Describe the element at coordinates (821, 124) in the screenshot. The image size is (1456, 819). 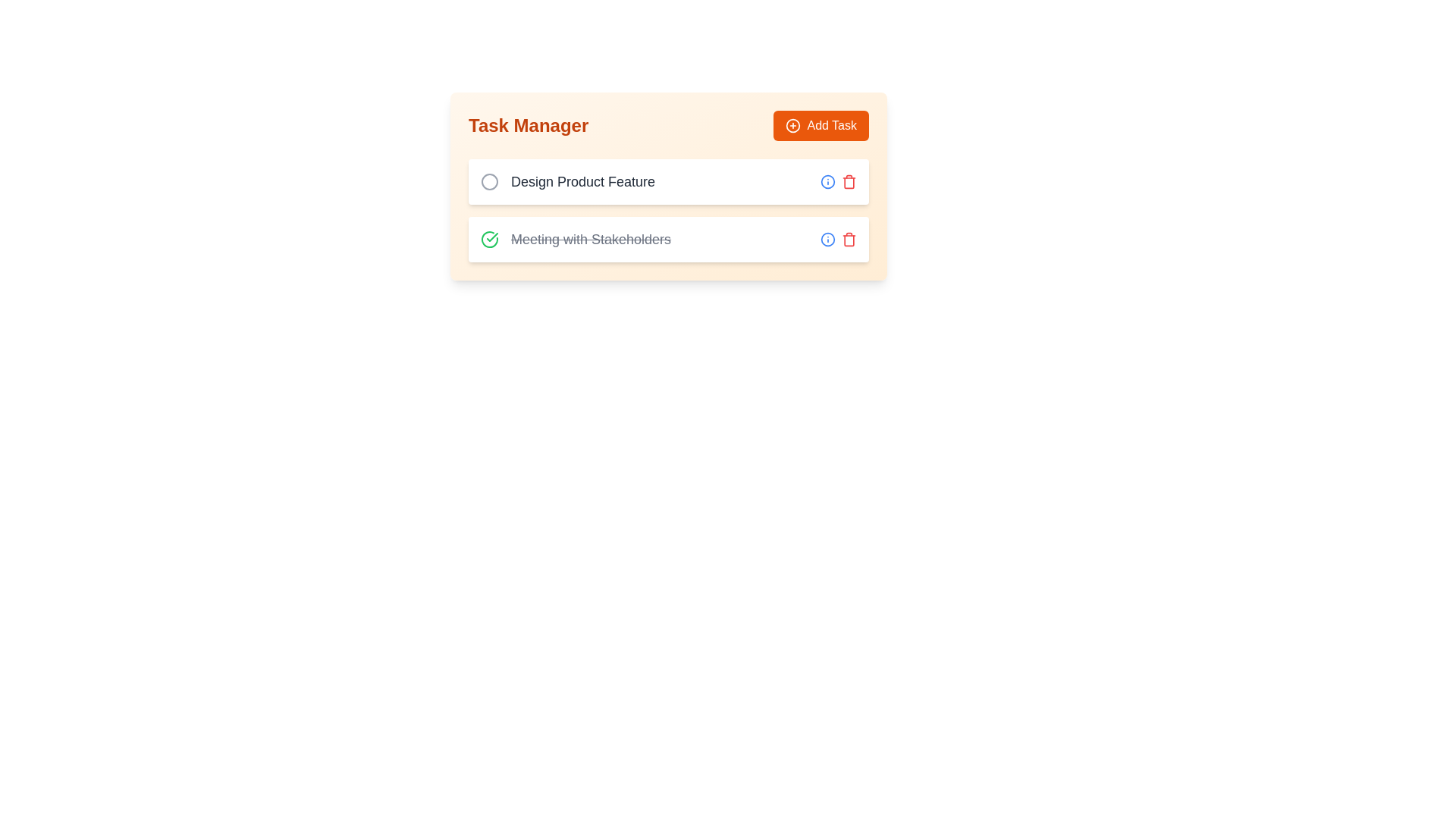
I see `the bright orange 'Add Task' button with white text and a '+' icon` at that location.